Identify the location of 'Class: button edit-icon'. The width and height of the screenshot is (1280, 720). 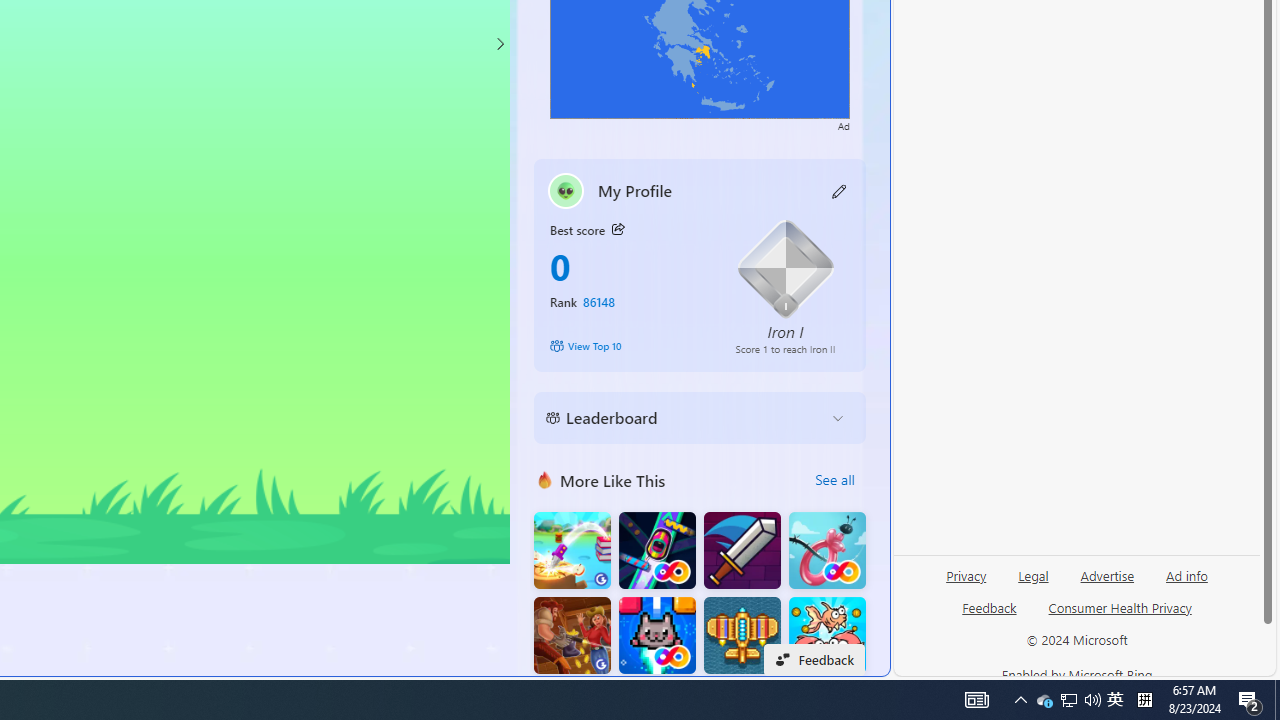
(839, 190).